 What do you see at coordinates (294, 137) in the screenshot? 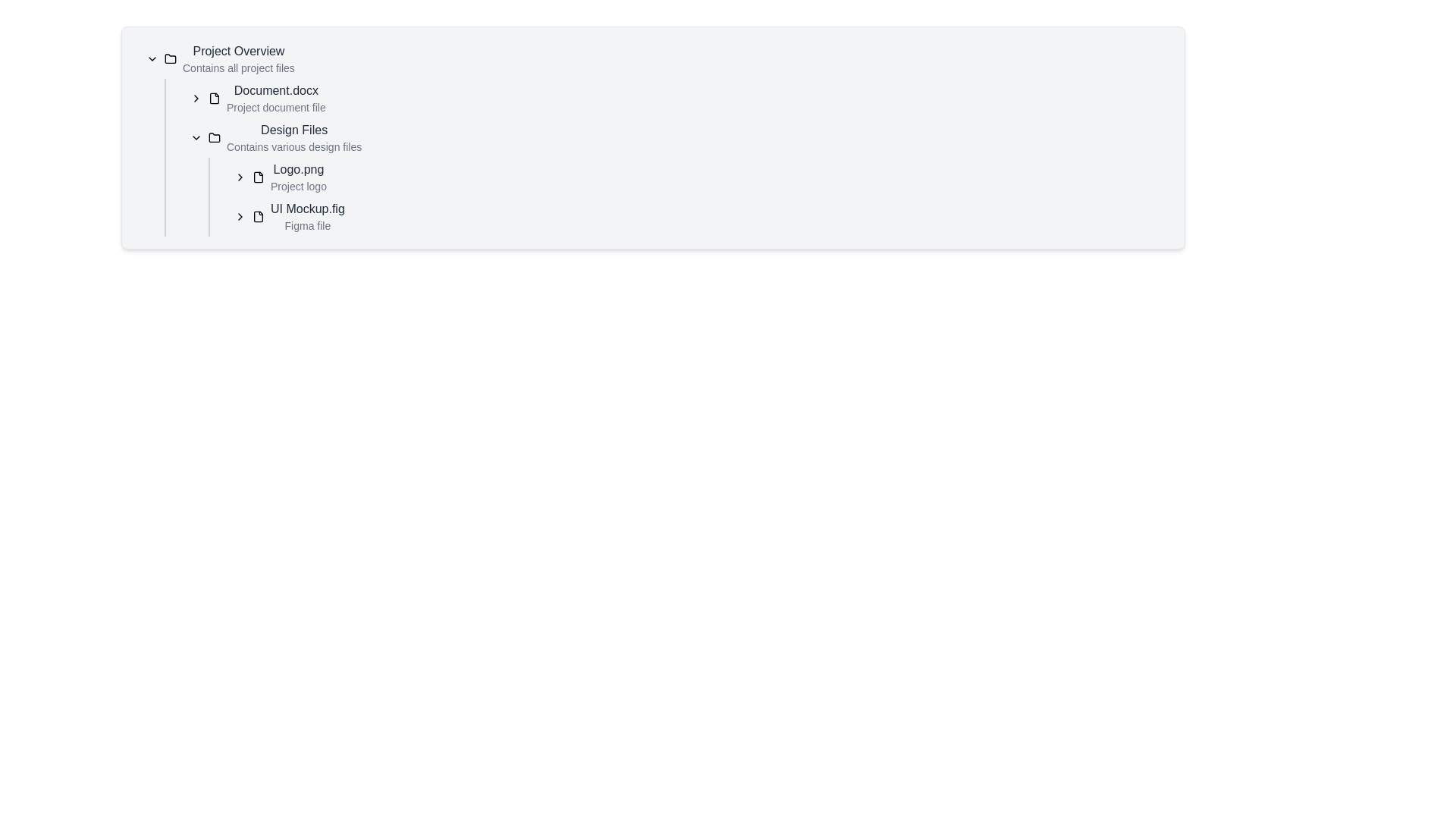
I see `the static text element displaying 'Design Files' which is located in the left pane under 'Document.docx' and above 'Logo.png' and 'UI Mockup.fig'` at bounding box center [294, 137].